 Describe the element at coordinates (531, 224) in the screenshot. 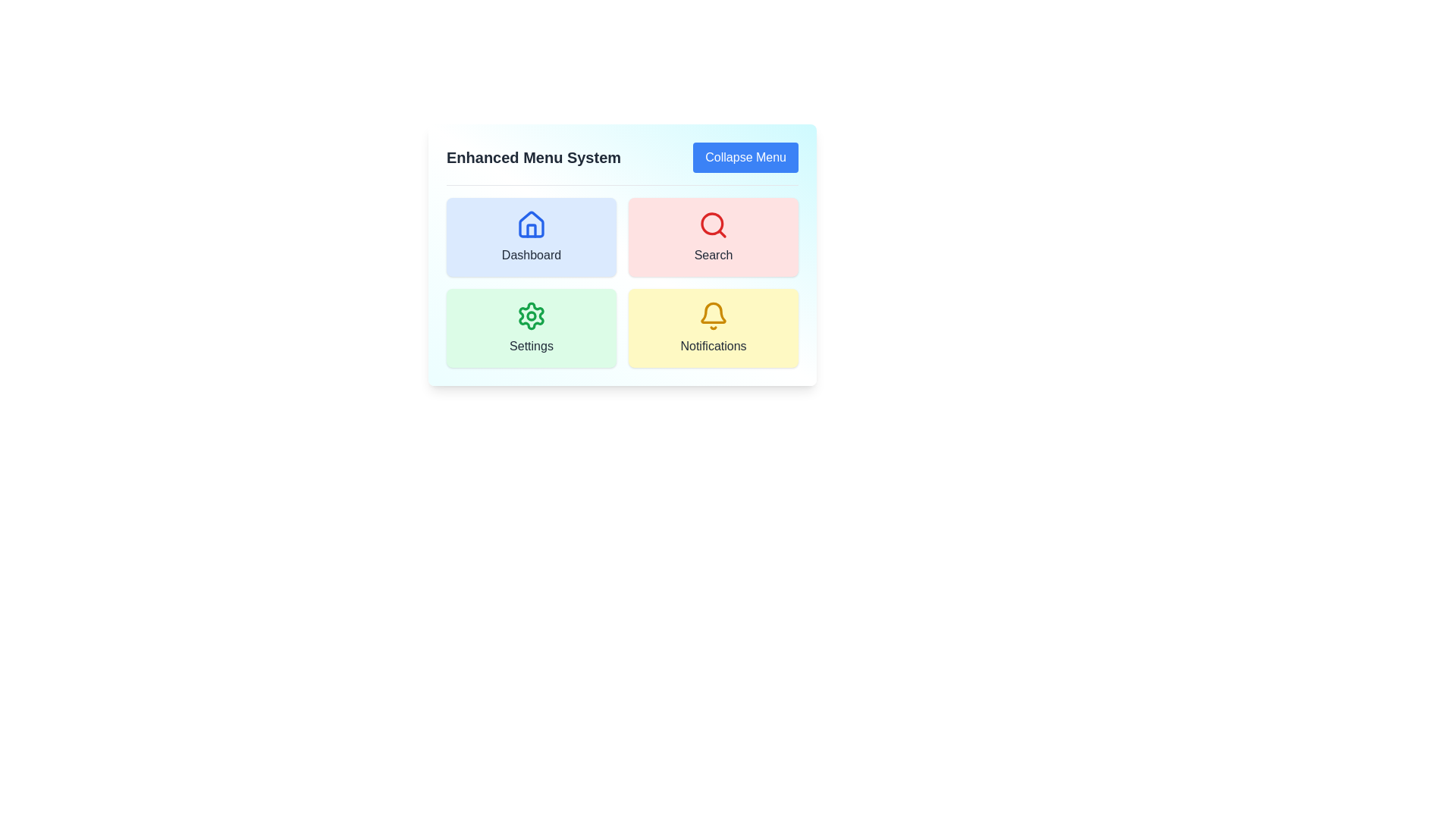

I see `the blue house icon located within the 'Dashboard' button in the upper-left quadrant of the grid layout` at that location.